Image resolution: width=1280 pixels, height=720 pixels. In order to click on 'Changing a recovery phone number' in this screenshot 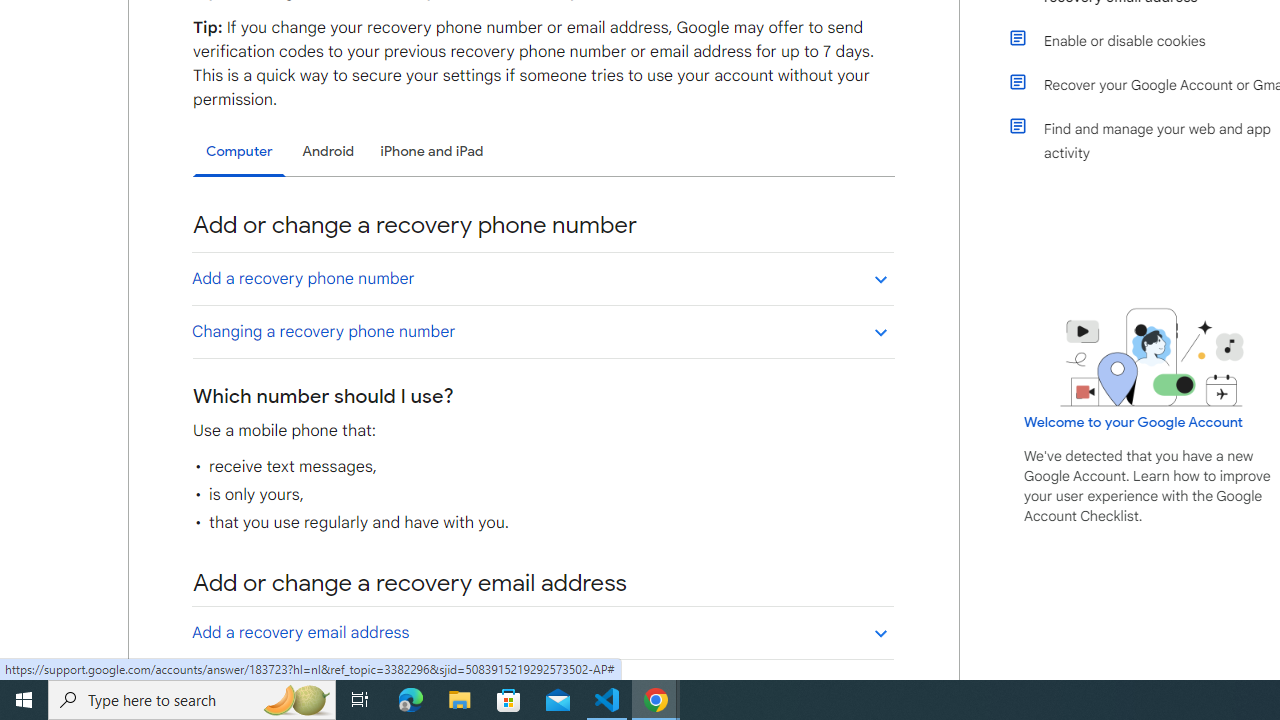, I will do `click(542, 330)`.